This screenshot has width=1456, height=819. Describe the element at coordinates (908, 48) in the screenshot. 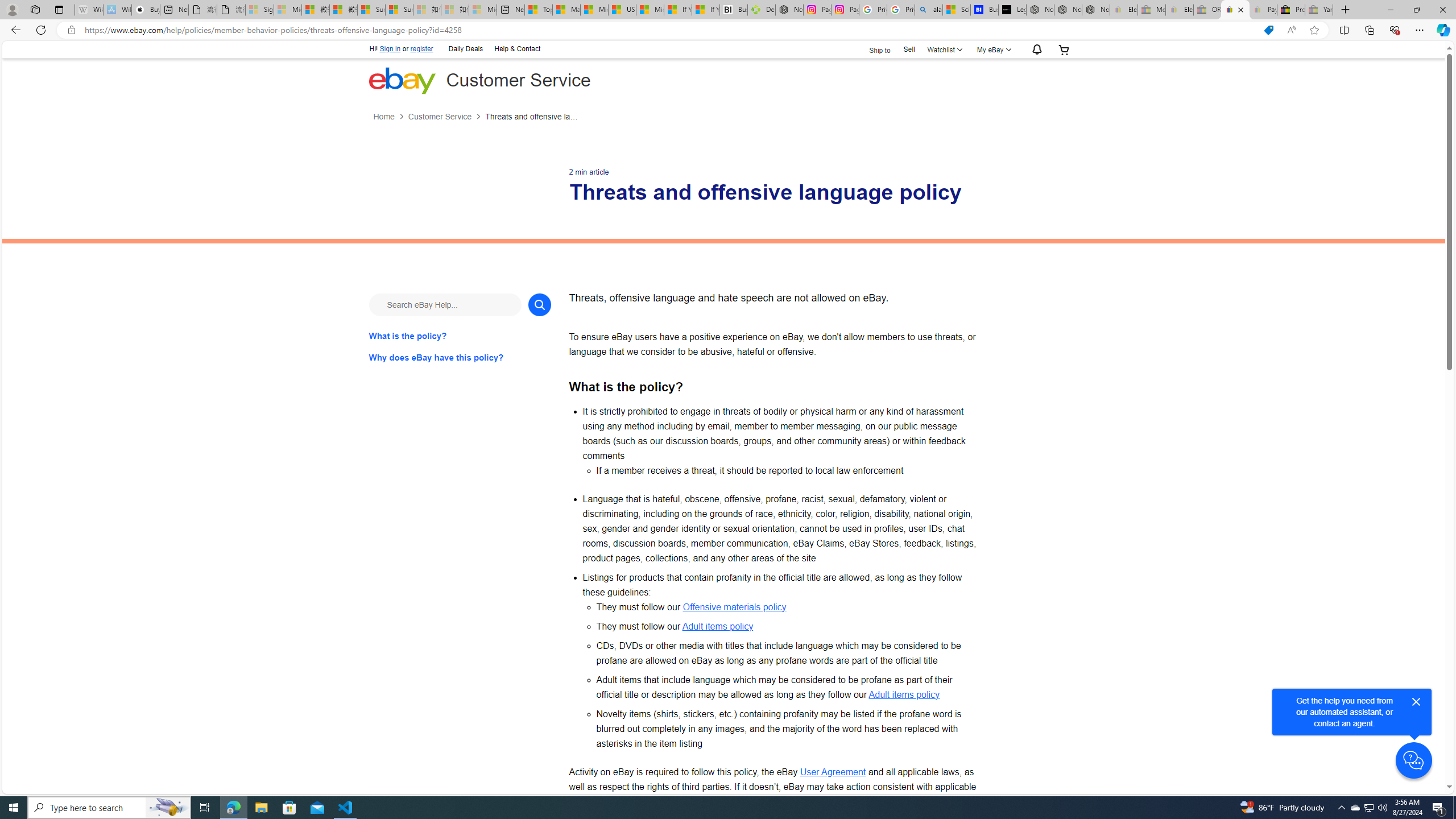

I see `'Sell'` at that location.